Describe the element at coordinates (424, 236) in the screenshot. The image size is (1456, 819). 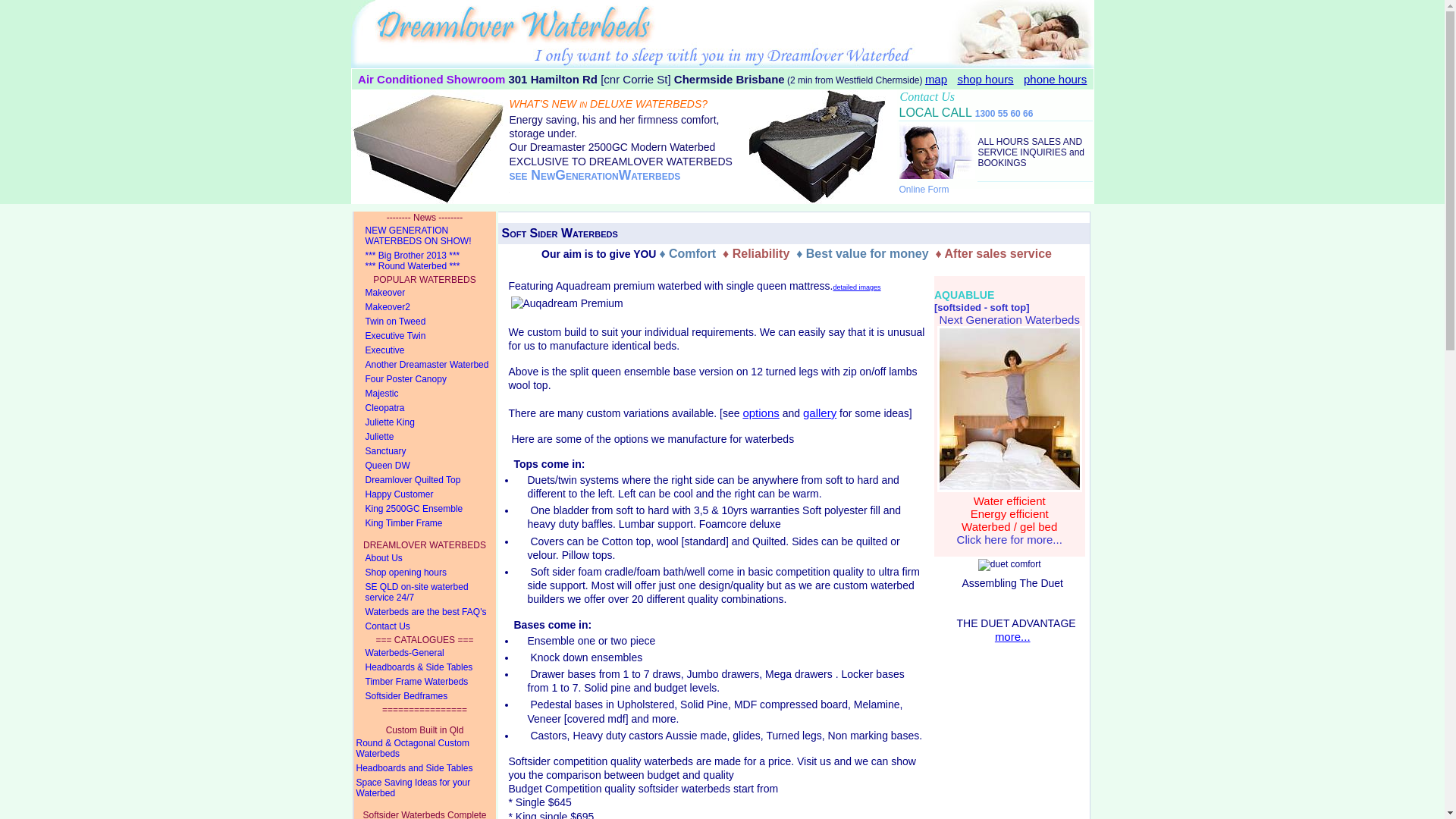
I see `'NEW GENERATION WATERBEDS ON SHOW!'` at that location.